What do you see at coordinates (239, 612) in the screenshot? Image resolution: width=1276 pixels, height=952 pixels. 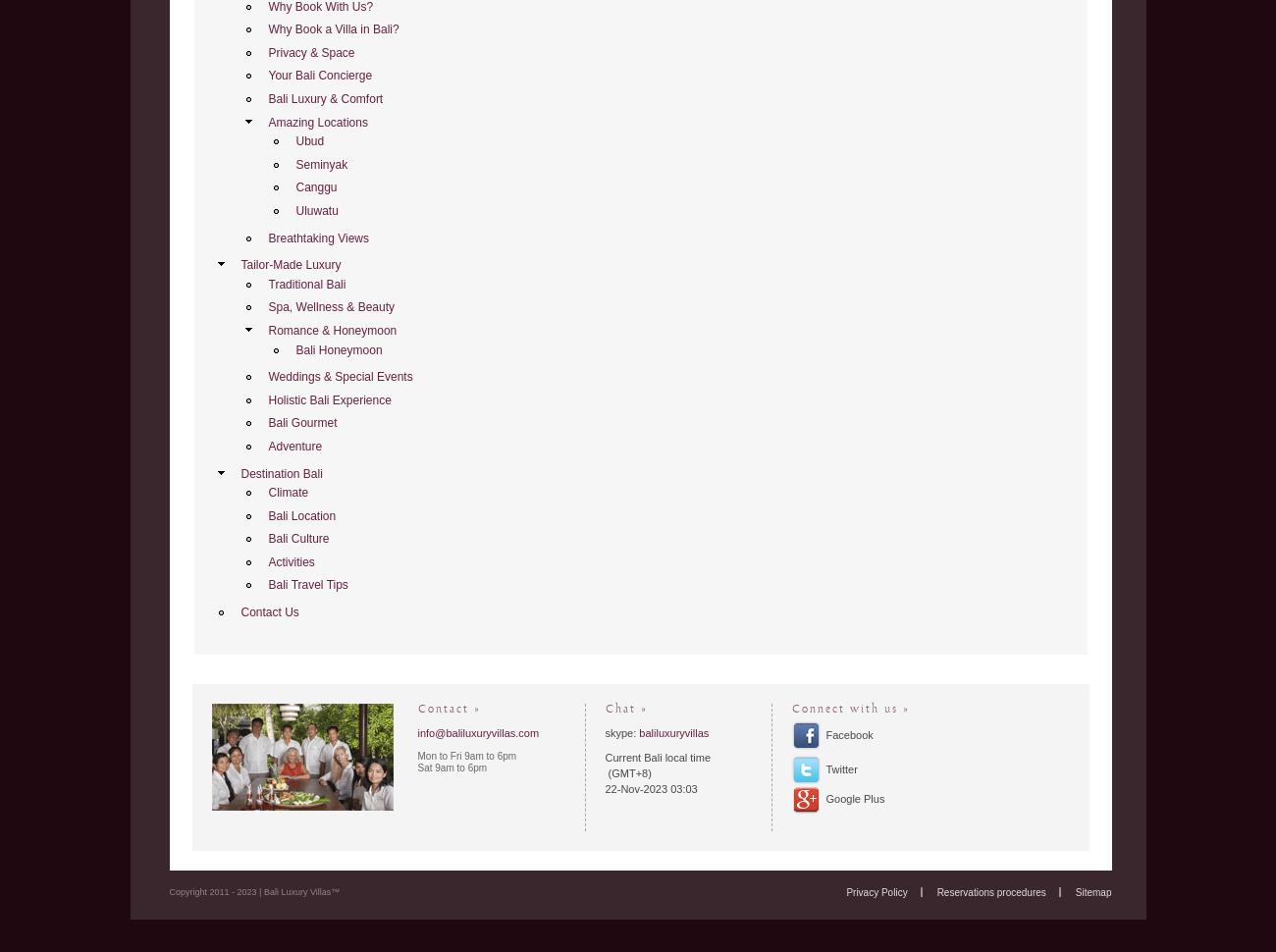 I see `'Contact Us'` at bounding box center [239, 612].